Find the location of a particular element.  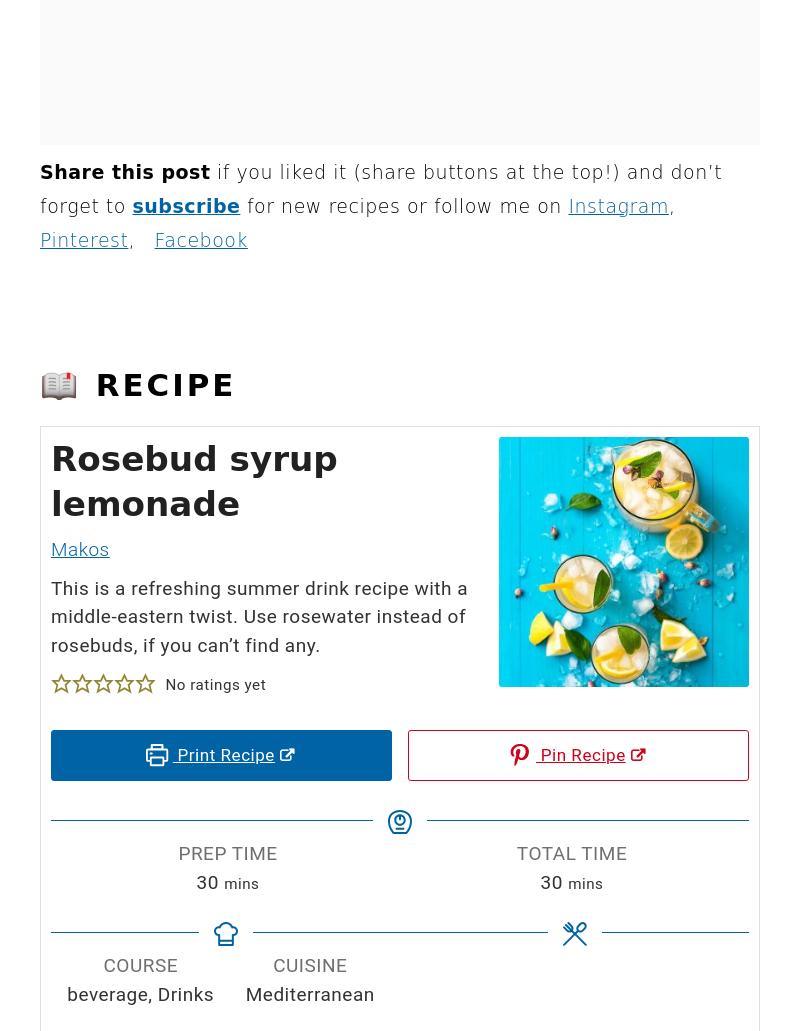

'Cuisine' is located at coordinates (309, 964).